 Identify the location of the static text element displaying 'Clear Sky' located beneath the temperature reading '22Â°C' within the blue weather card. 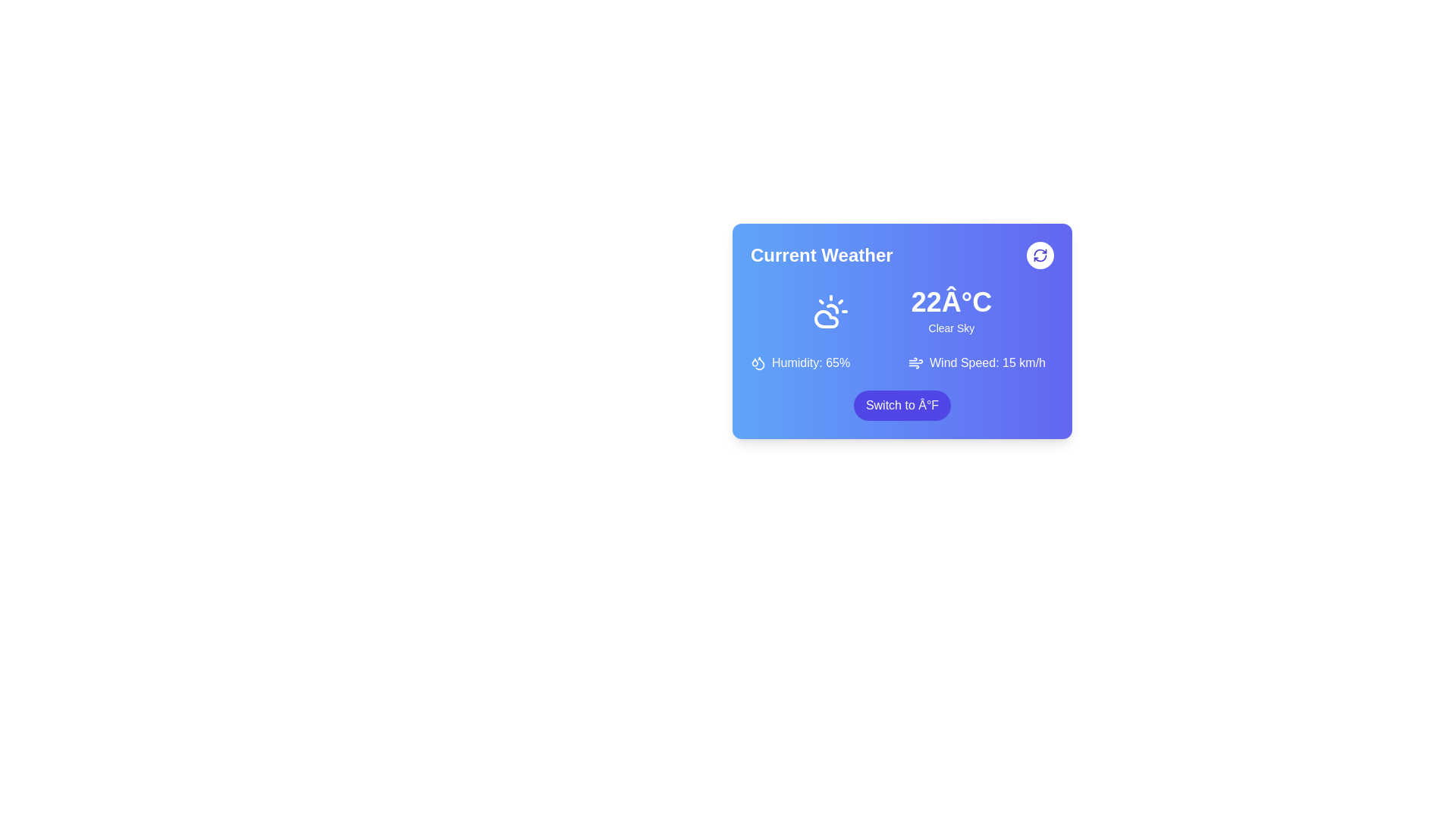
(950, 327).